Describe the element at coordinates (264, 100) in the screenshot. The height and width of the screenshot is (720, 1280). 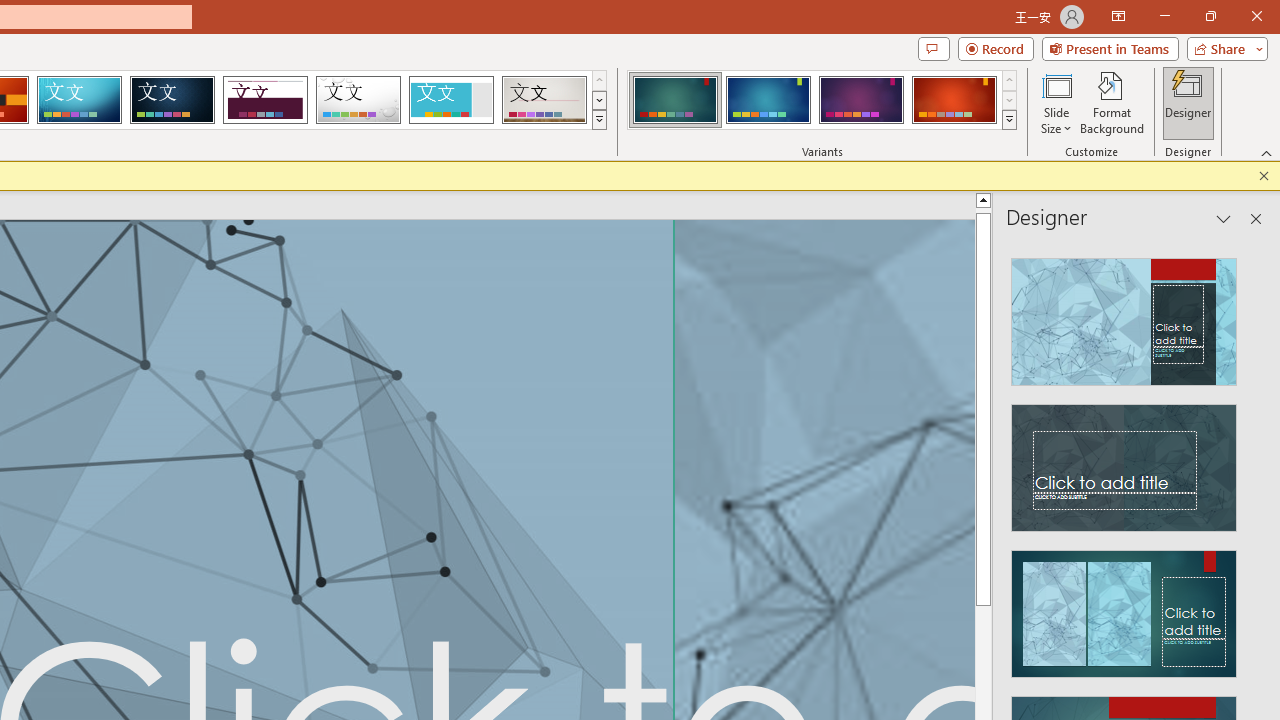
I see `'Dividend'` at that location.